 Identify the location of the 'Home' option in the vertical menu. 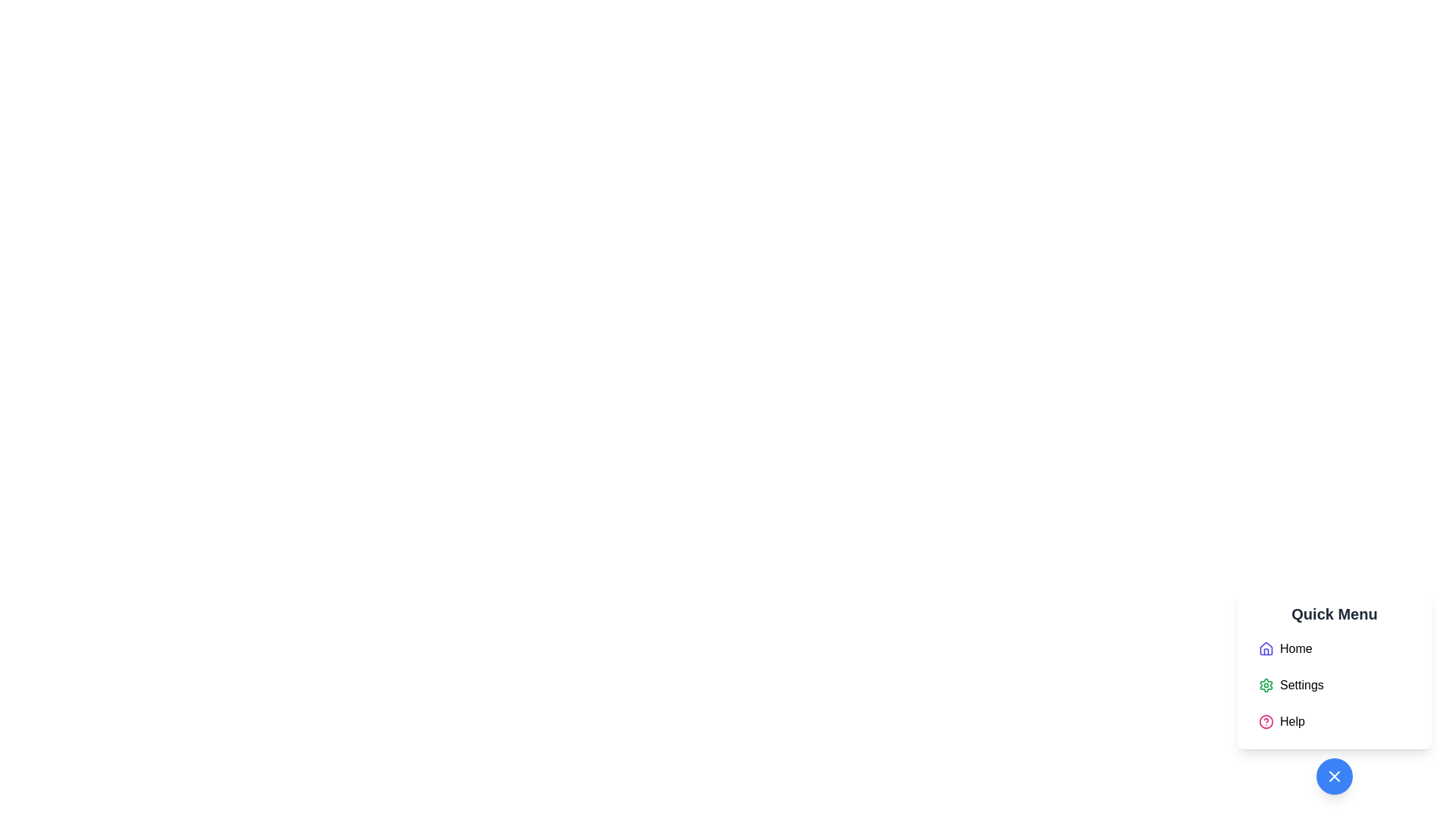
(1335, 648).